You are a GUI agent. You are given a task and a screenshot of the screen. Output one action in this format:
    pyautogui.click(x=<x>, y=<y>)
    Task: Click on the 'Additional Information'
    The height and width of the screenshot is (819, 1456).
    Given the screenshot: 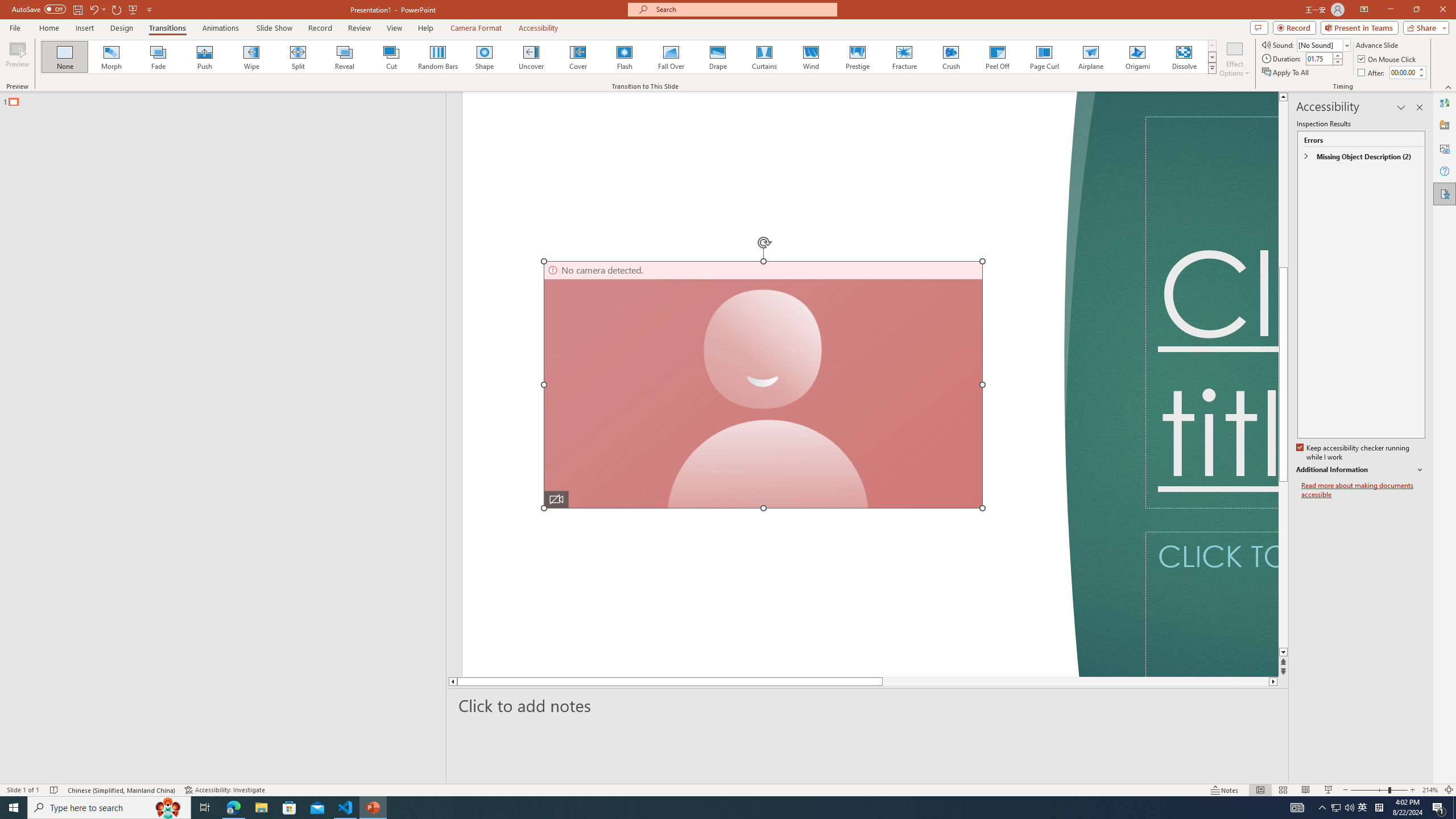 What is the action you would take?
    pyautogui.click(x=1360, y=470)
    